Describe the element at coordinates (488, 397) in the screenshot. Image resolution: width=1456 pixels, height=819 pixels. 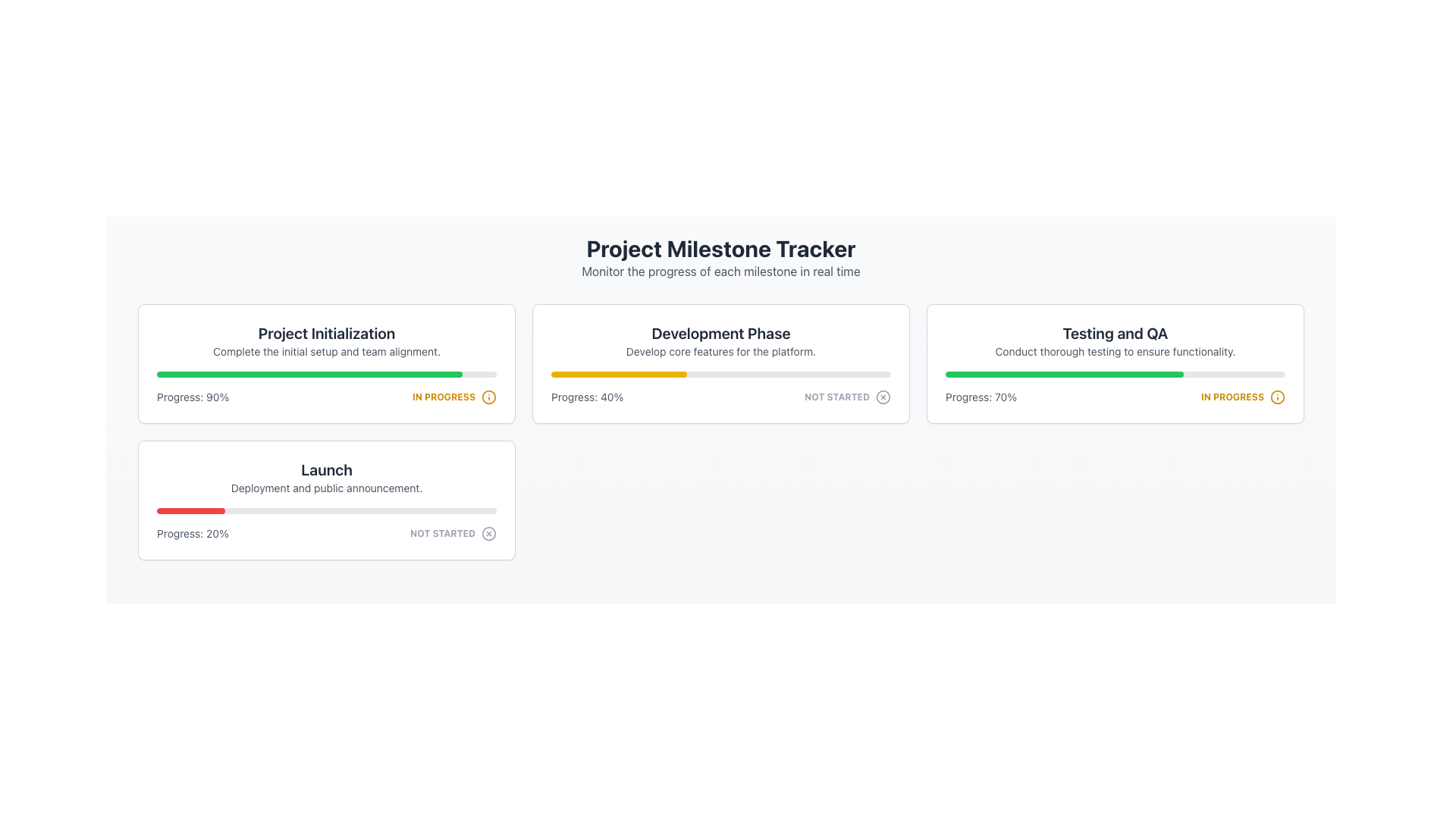
I see `the yellow circular icon with an exclamation mark located to the right of the 'In Progress' status text in the 'Project Initialization' card` at that location.